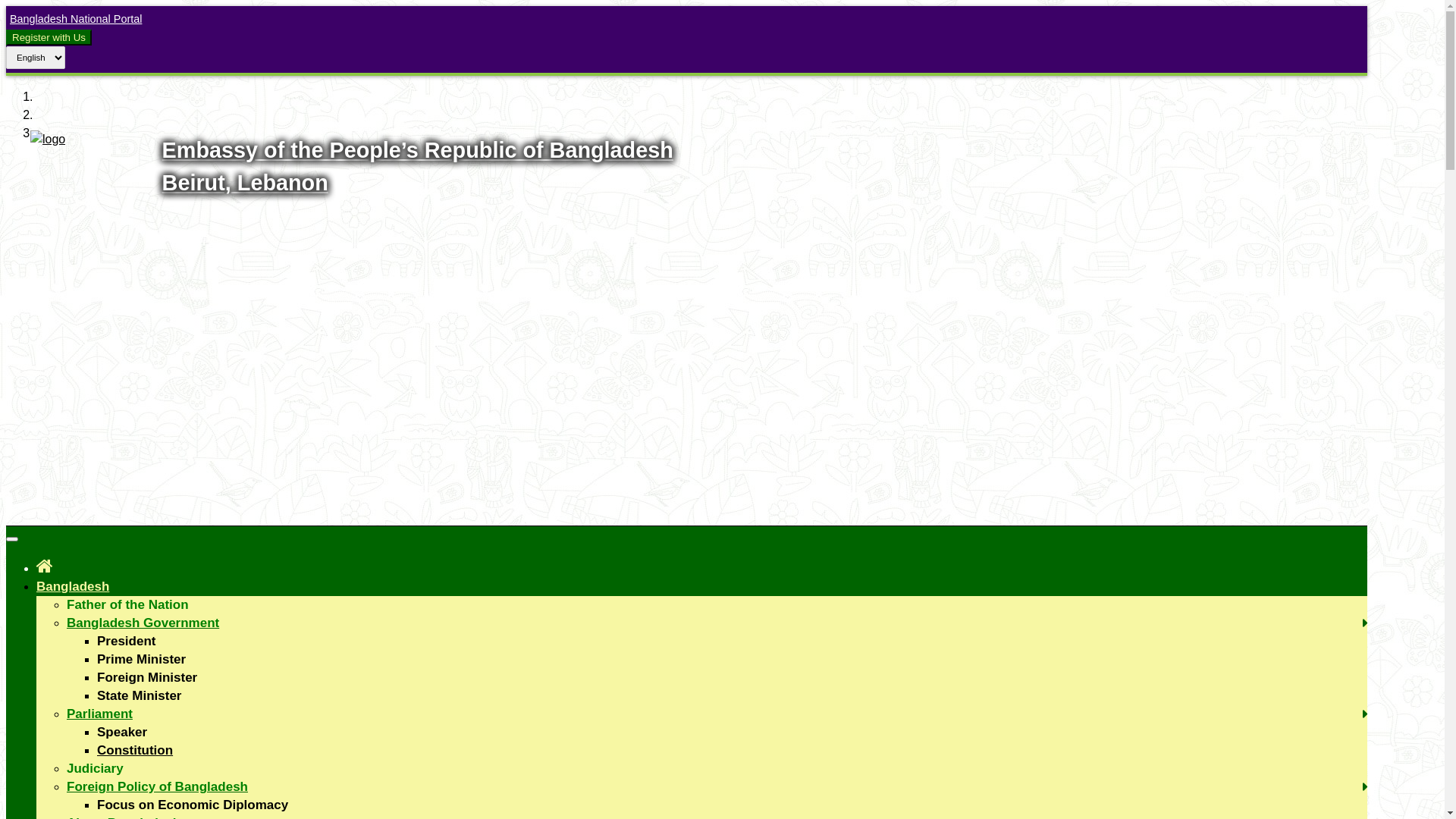 This screenshot has height=819, width=1456. Describe the element at coordinates (96, 676) in the screenshot. I see `'Foreign Minister'` at that location.